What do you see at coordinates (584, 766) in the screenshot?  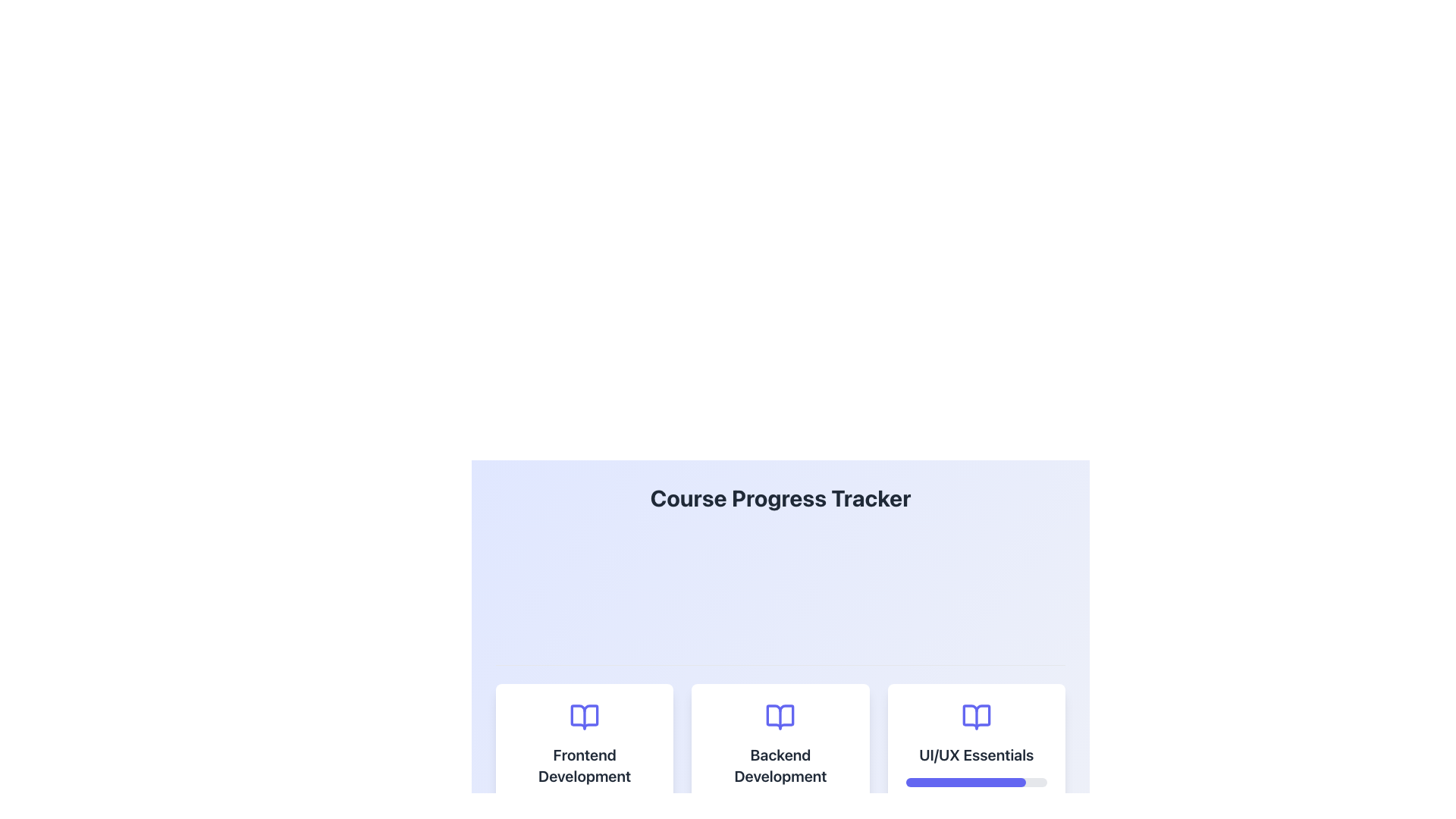 I see `the static text label displaying 'Frontend Development', which is centrally aligned beneath an open book icon in a card-like section` at bounding box center [584, 766].